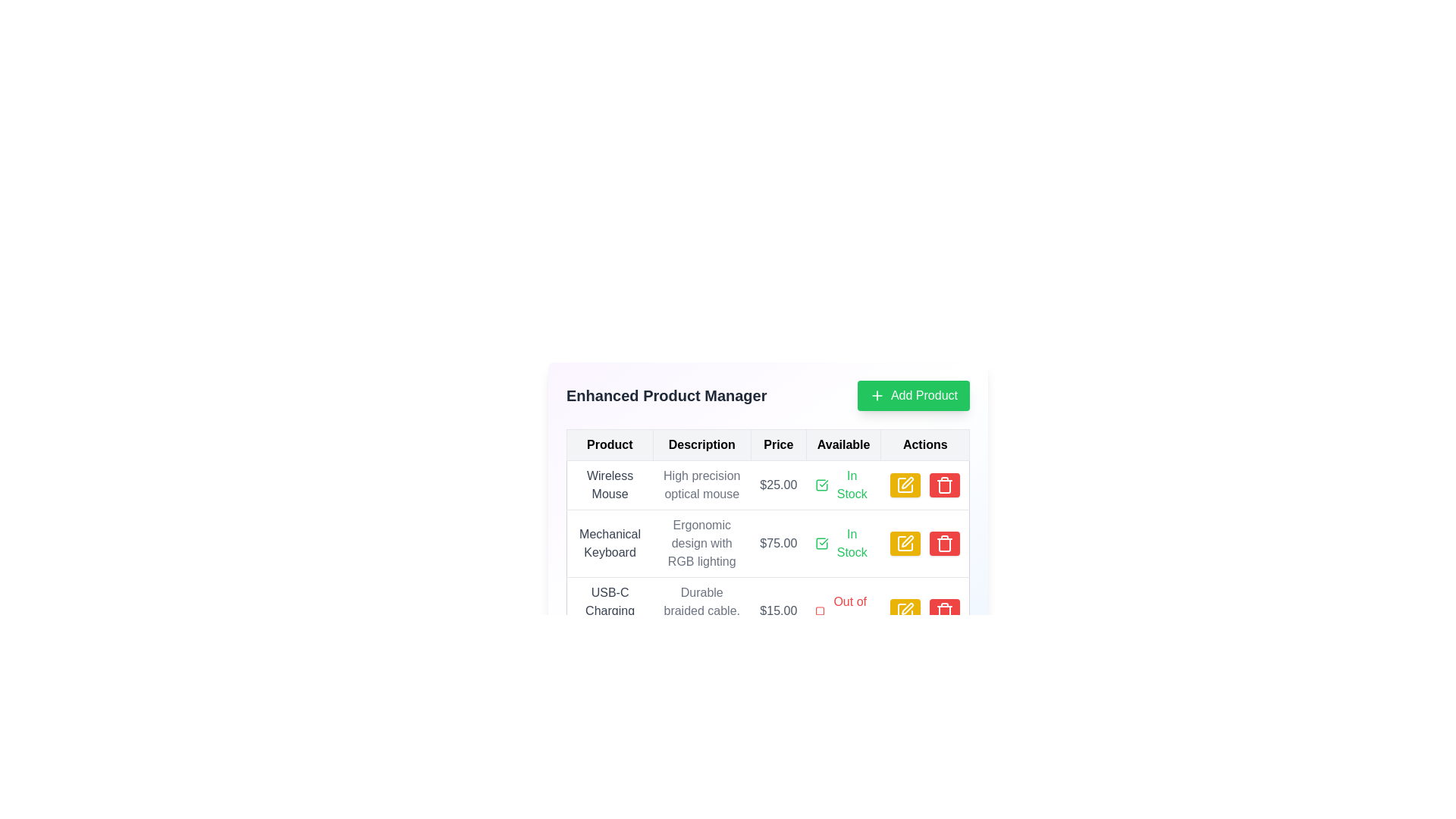 The width and height of the screenshot is (1456, 819). Describe the element at coordinates (843, 543) in the screenshot. I see `the 'In Stock' label with a green checkmark icon located in the second row of the table under the 'Available' column for the product 'Mechanical Keyboard.'` at that location.